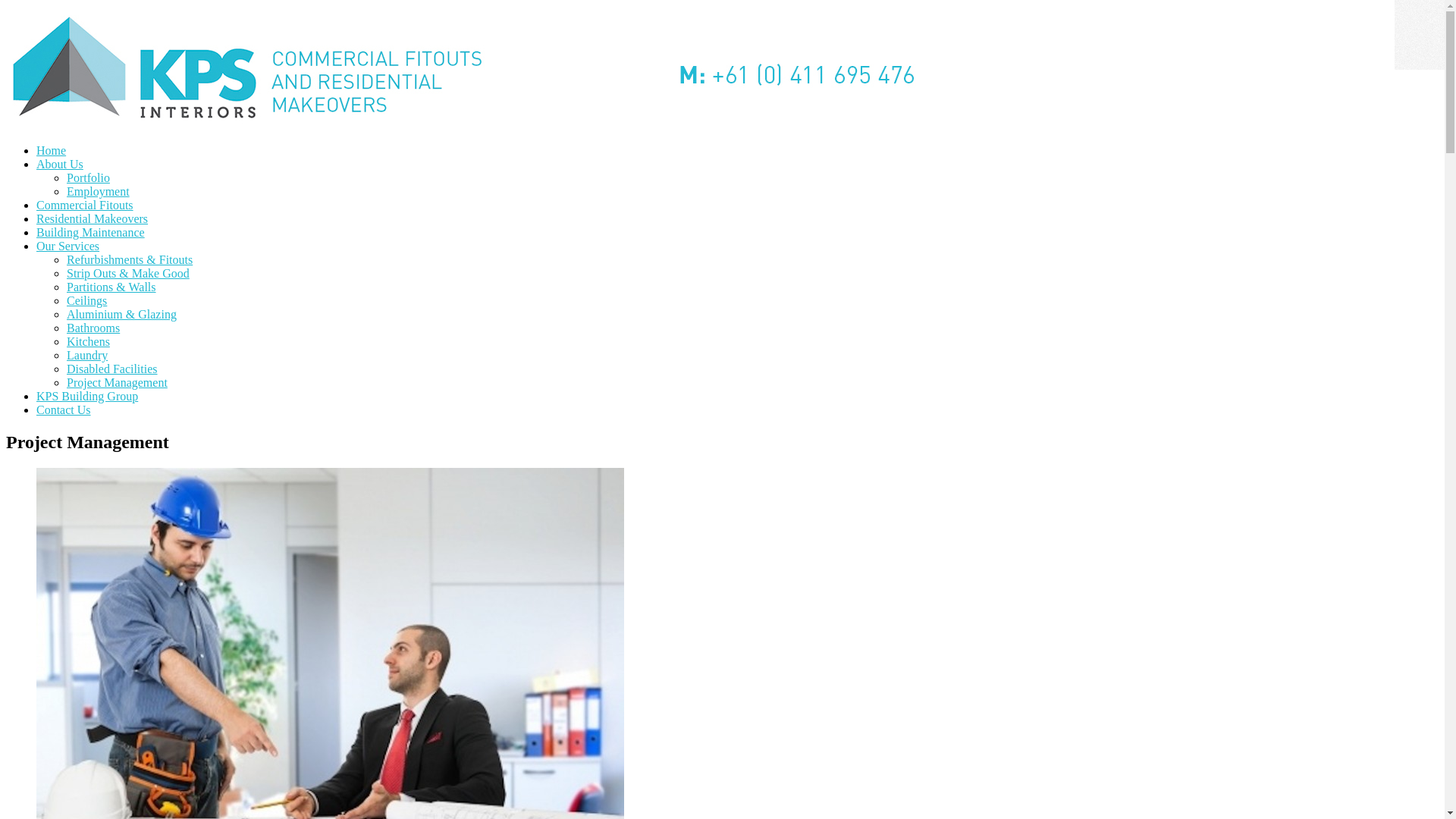  Describe the element at coordinates (87, 341) in the screenshot. I see `'Kitchens'` at that location.